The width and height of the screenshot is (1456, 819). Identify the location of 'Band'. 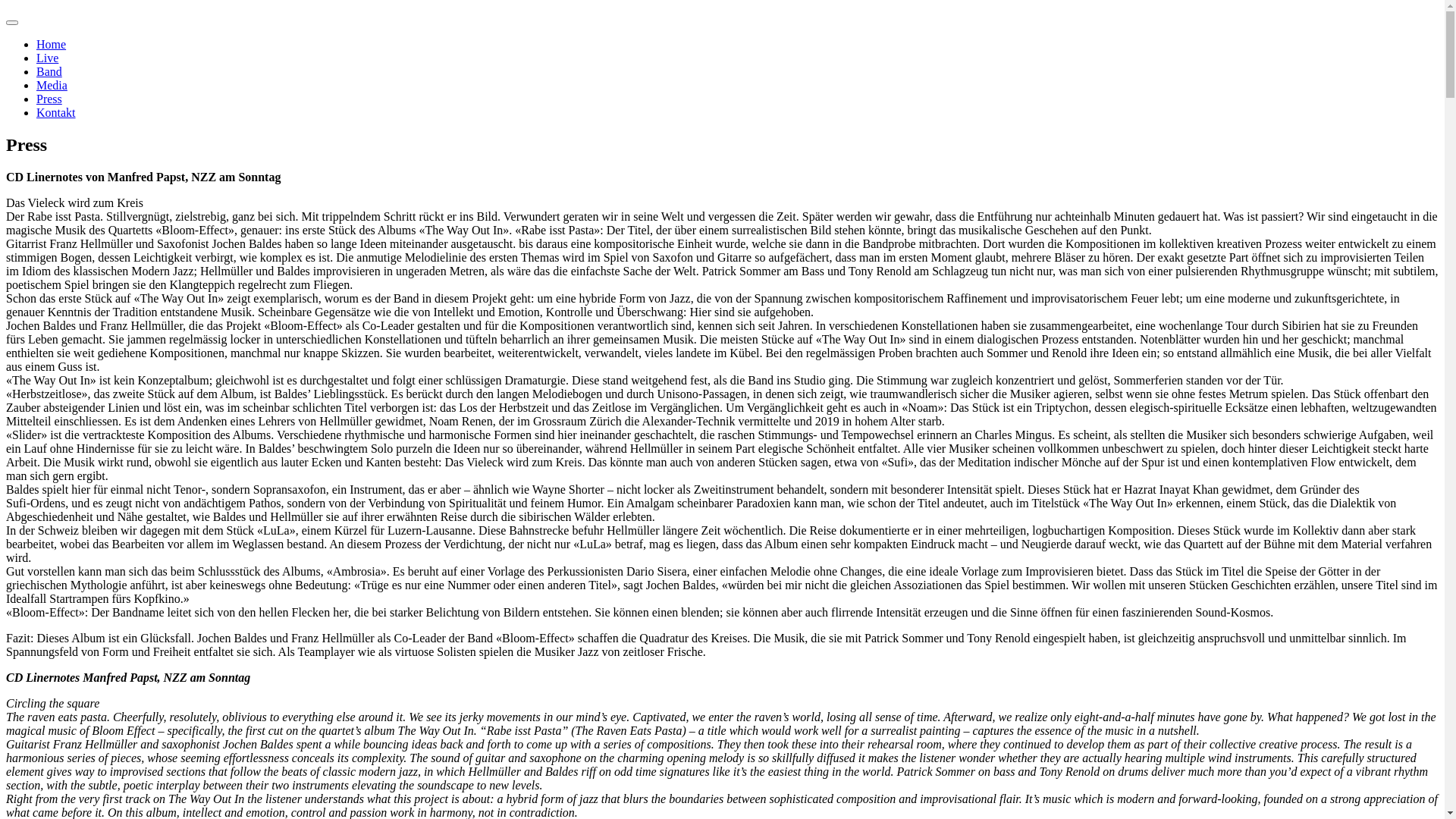
(36, 71).